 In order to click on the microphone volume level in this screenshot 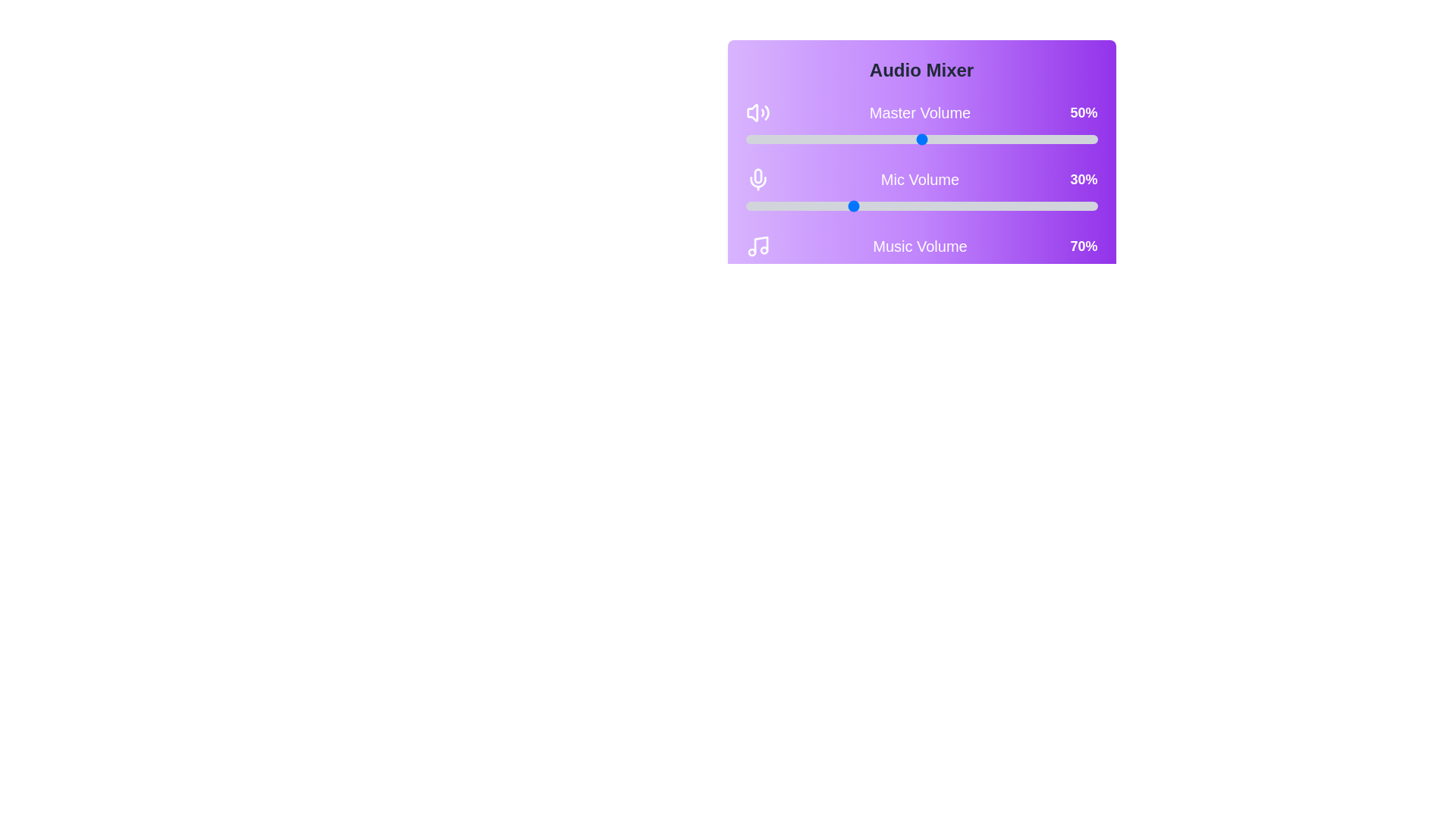, I will do `click(942, 206)`.